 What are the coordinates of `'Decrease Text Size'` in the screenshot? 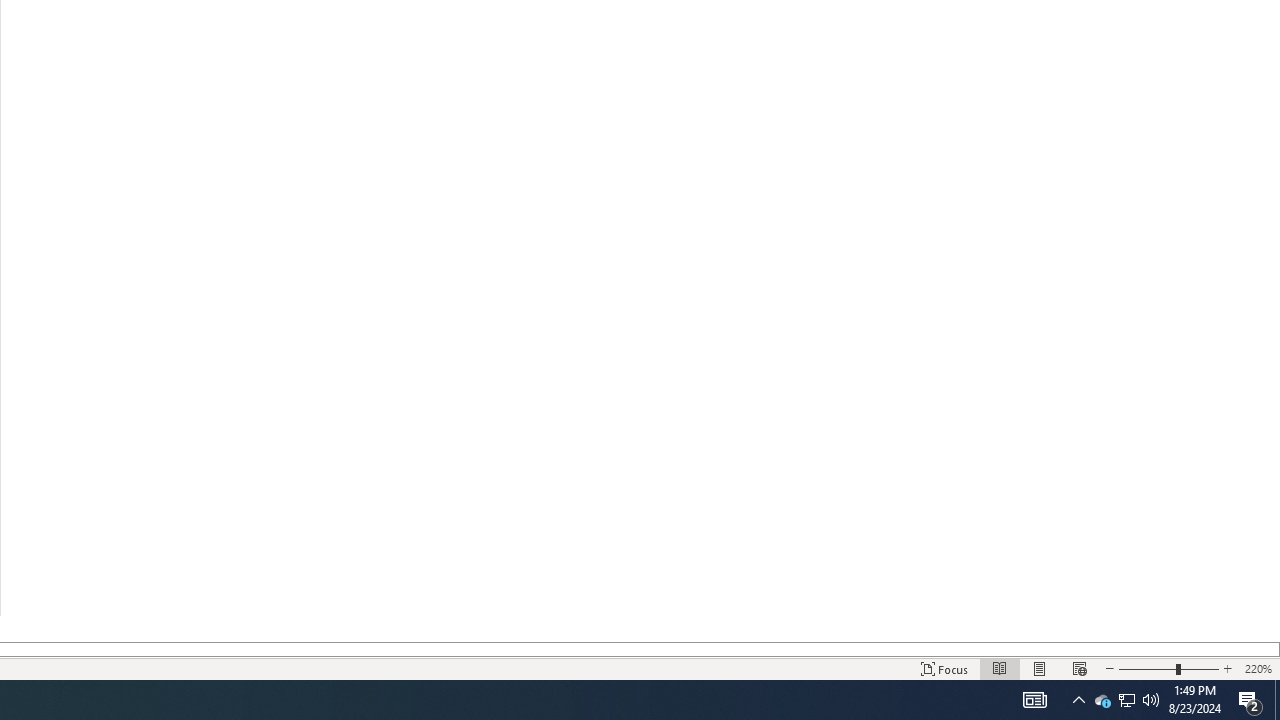 It's located at (1108, 669).